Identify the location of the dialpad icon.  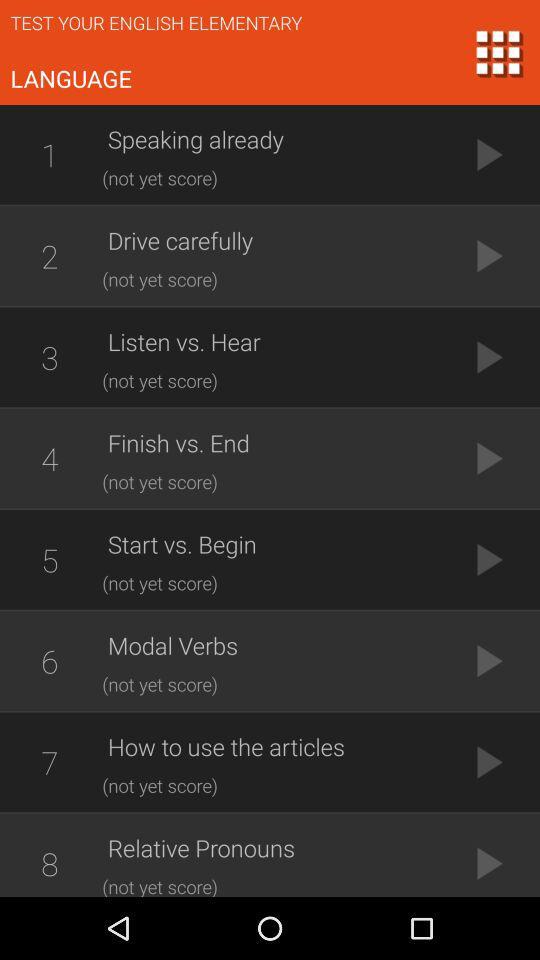
(496, 51).